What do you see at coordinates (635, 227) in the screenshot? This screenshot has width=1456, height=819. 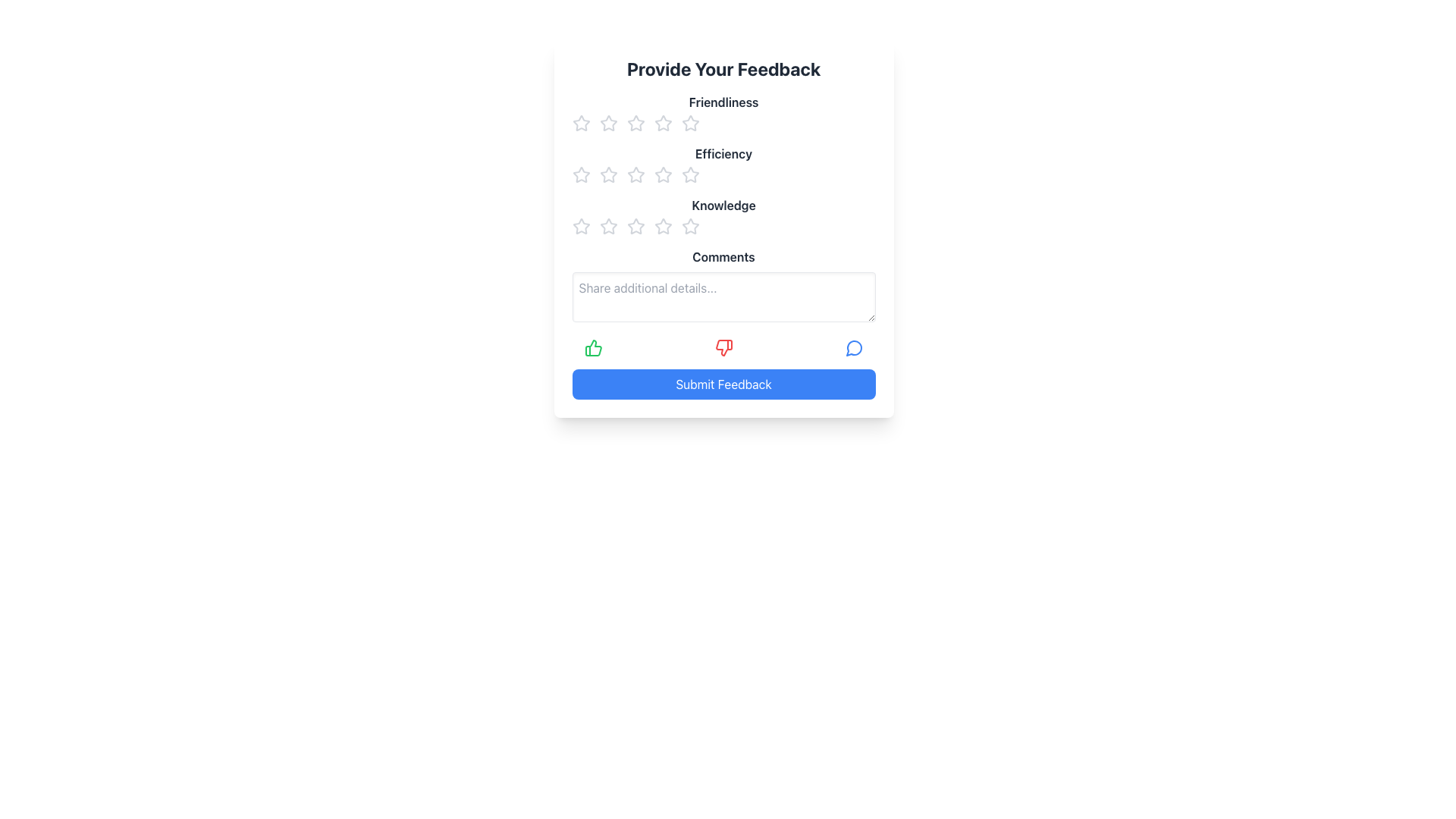 I see `across the third star icon from the left in the 'Knowledge' feedback rating section` at bounding box center [635, 227].